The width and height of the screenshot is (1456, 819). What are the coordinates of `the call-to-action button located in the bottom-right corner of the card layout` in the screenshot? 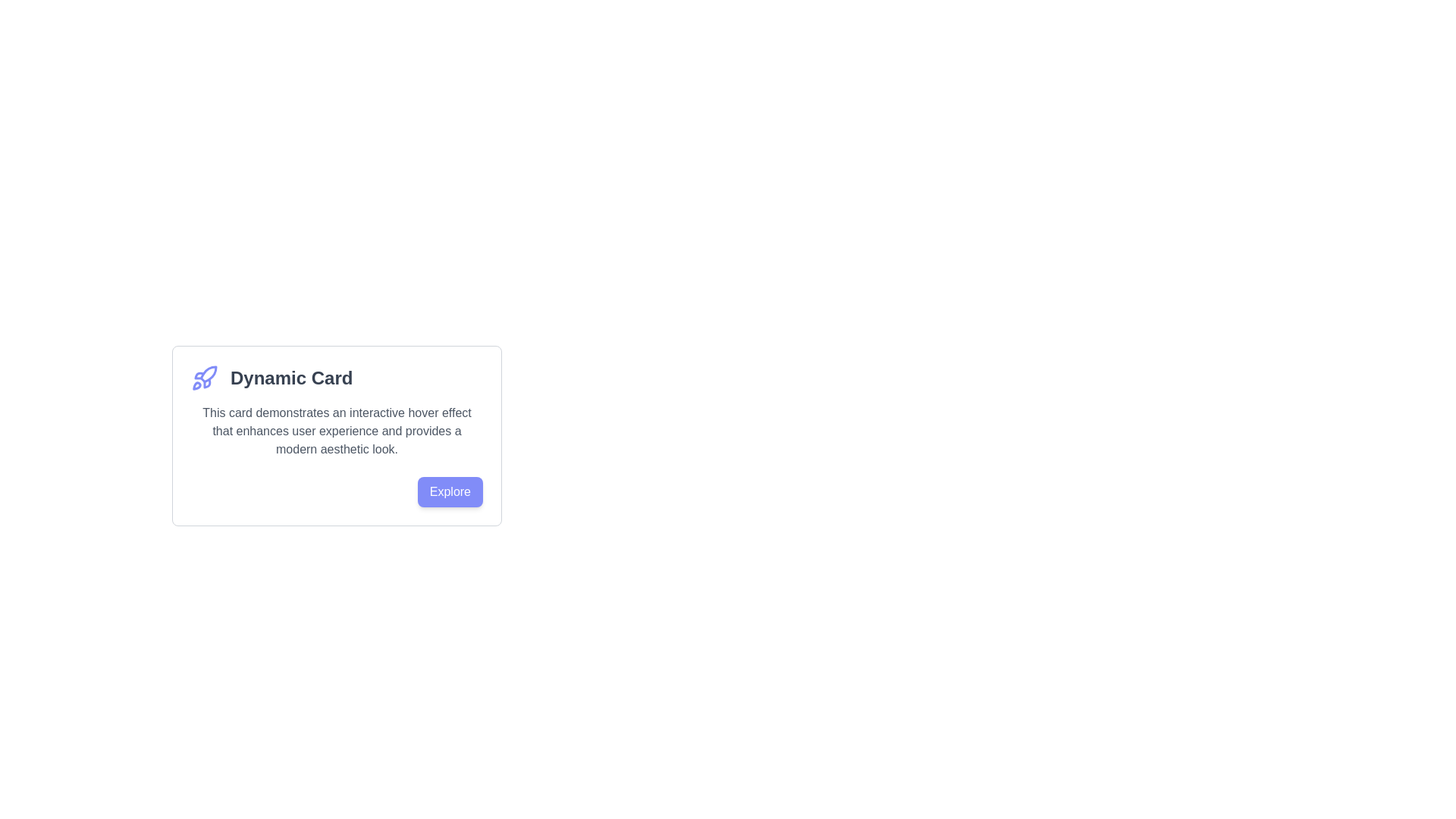 It's located at (336, 491).